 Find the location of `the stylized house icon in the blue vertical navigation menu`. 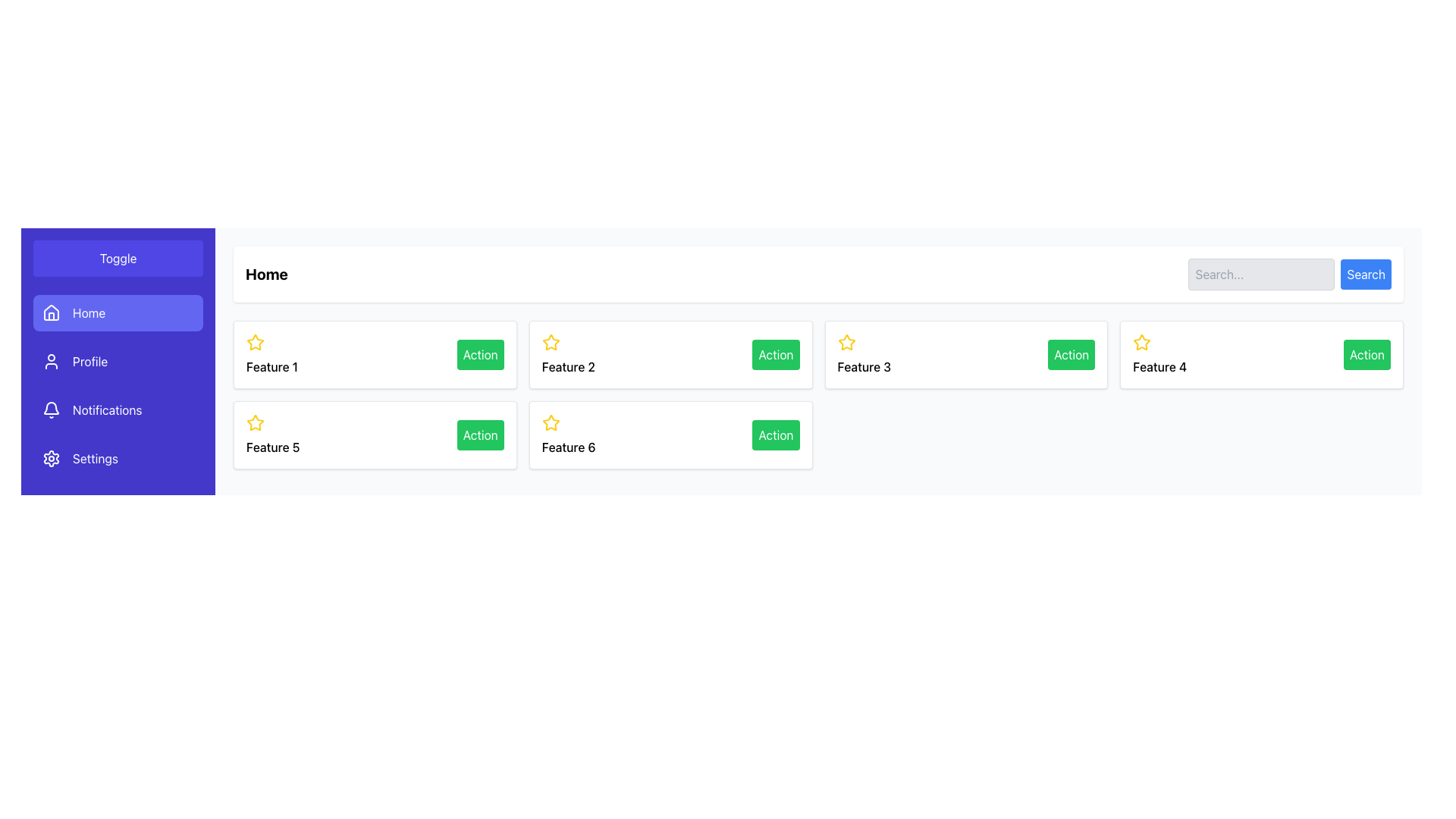

the stylized house icon in the blue vertical navigation menu is located at coordinates (51, 312).